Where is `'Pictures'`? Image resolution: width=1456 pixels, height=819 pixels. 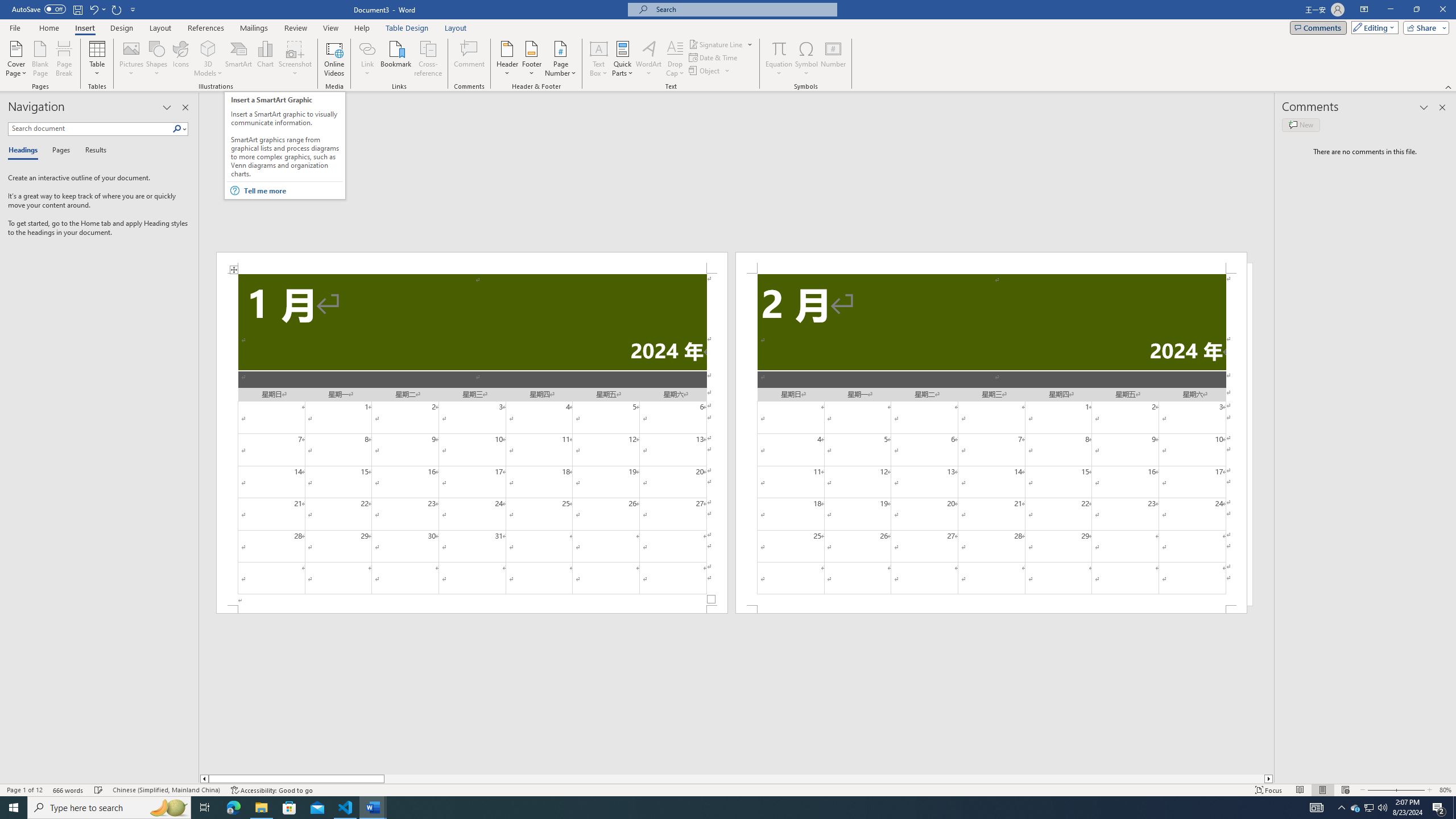
'Pictures' is located at coordinates (131, 59).